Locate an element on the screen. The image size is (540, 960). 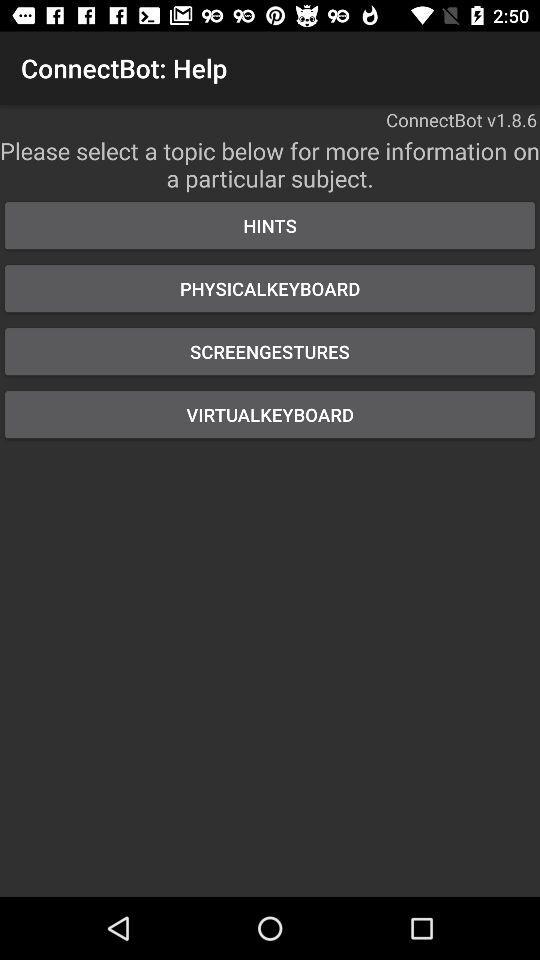
icon below the please select a app is located at coordinates (270, 225).